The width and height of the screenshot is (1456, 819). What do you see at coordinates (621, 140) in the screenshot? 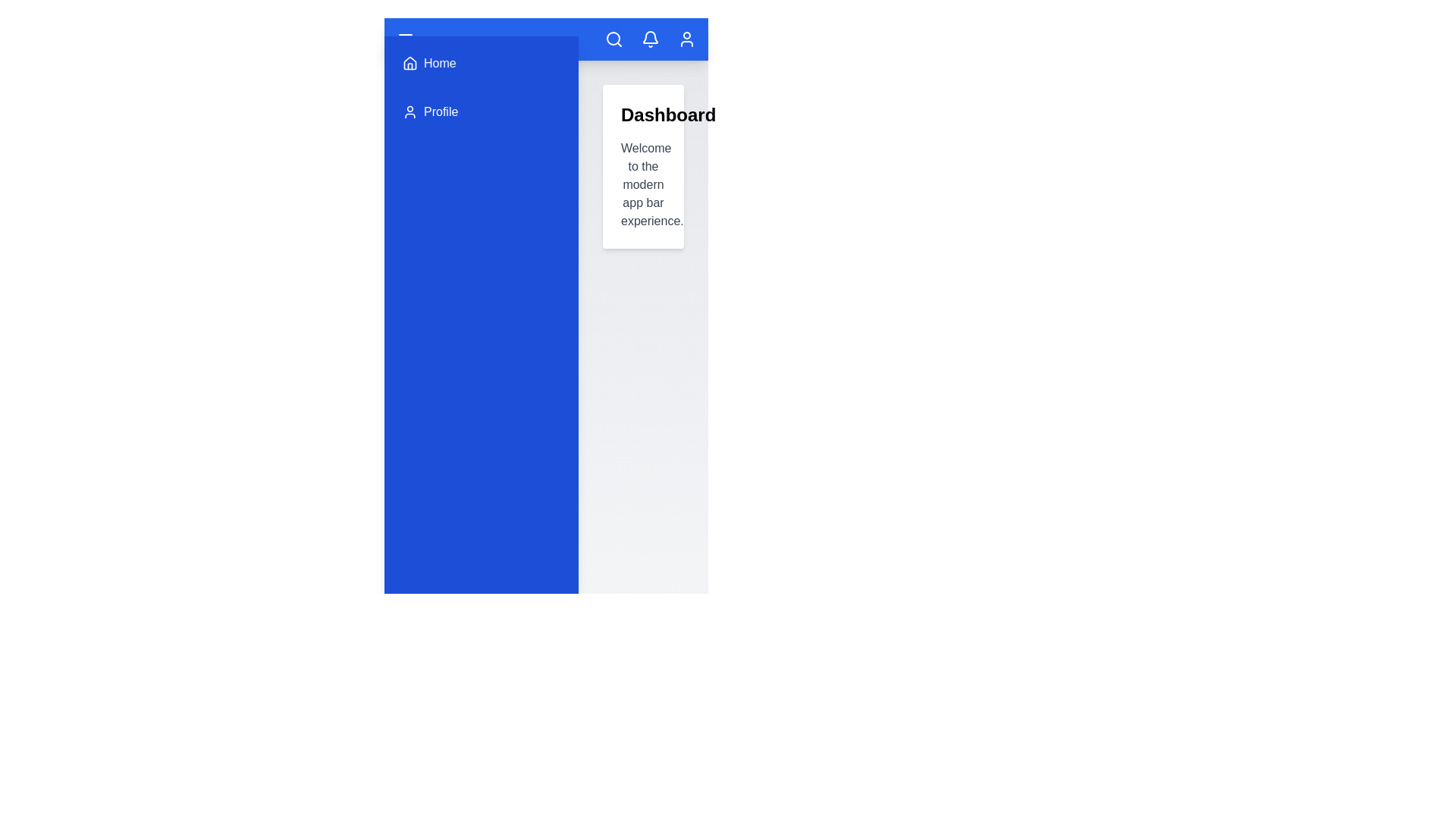
I see `the text 'Welcome to the modern app bar experience.' in the dashboard content` at bounding box center [621, 140].